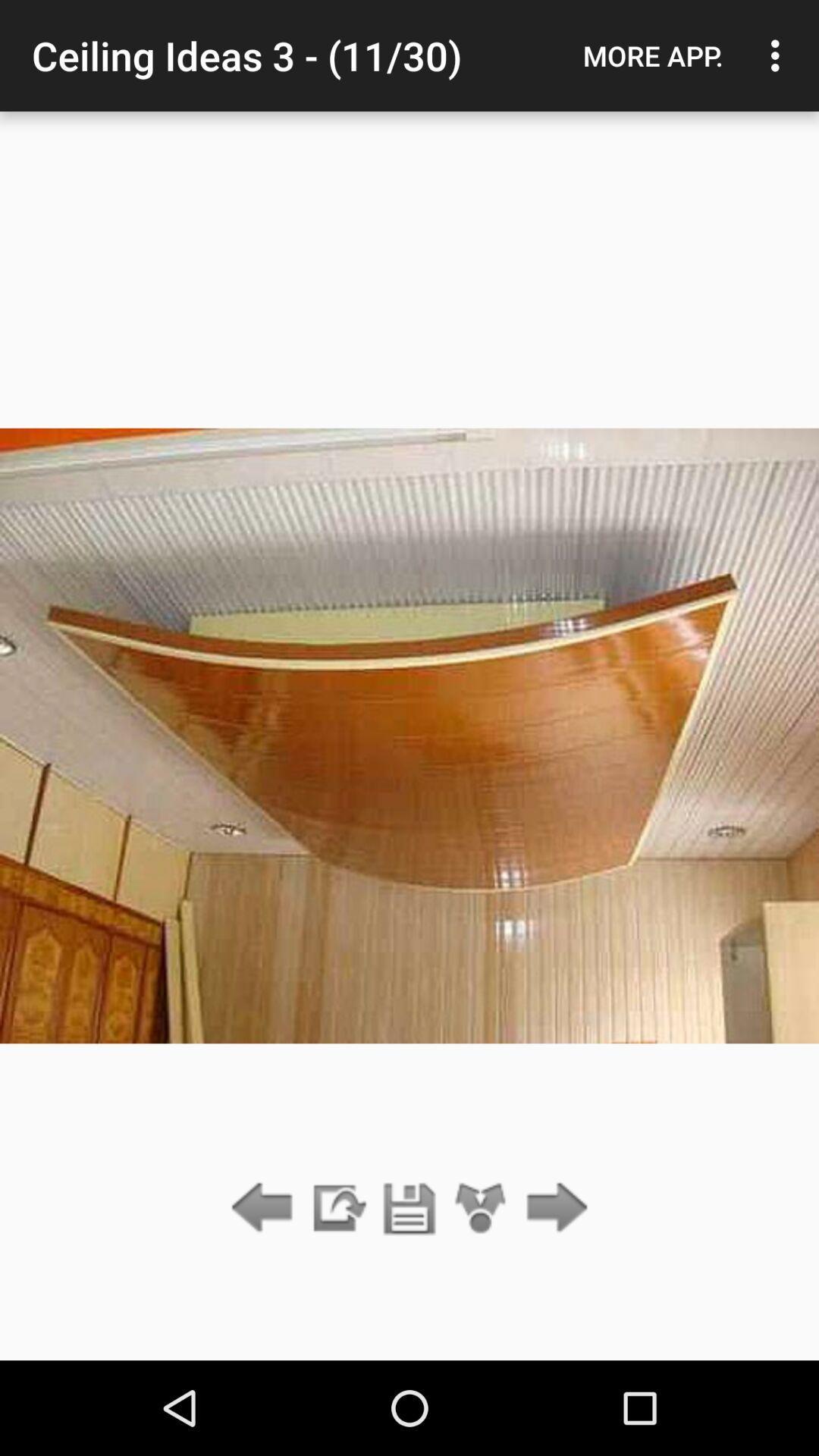 This screenshot has height=1456, width=819. Describe the element at coordinates (553, 1208) in the screenshot. I see `icon below the more app. icon` at that location.